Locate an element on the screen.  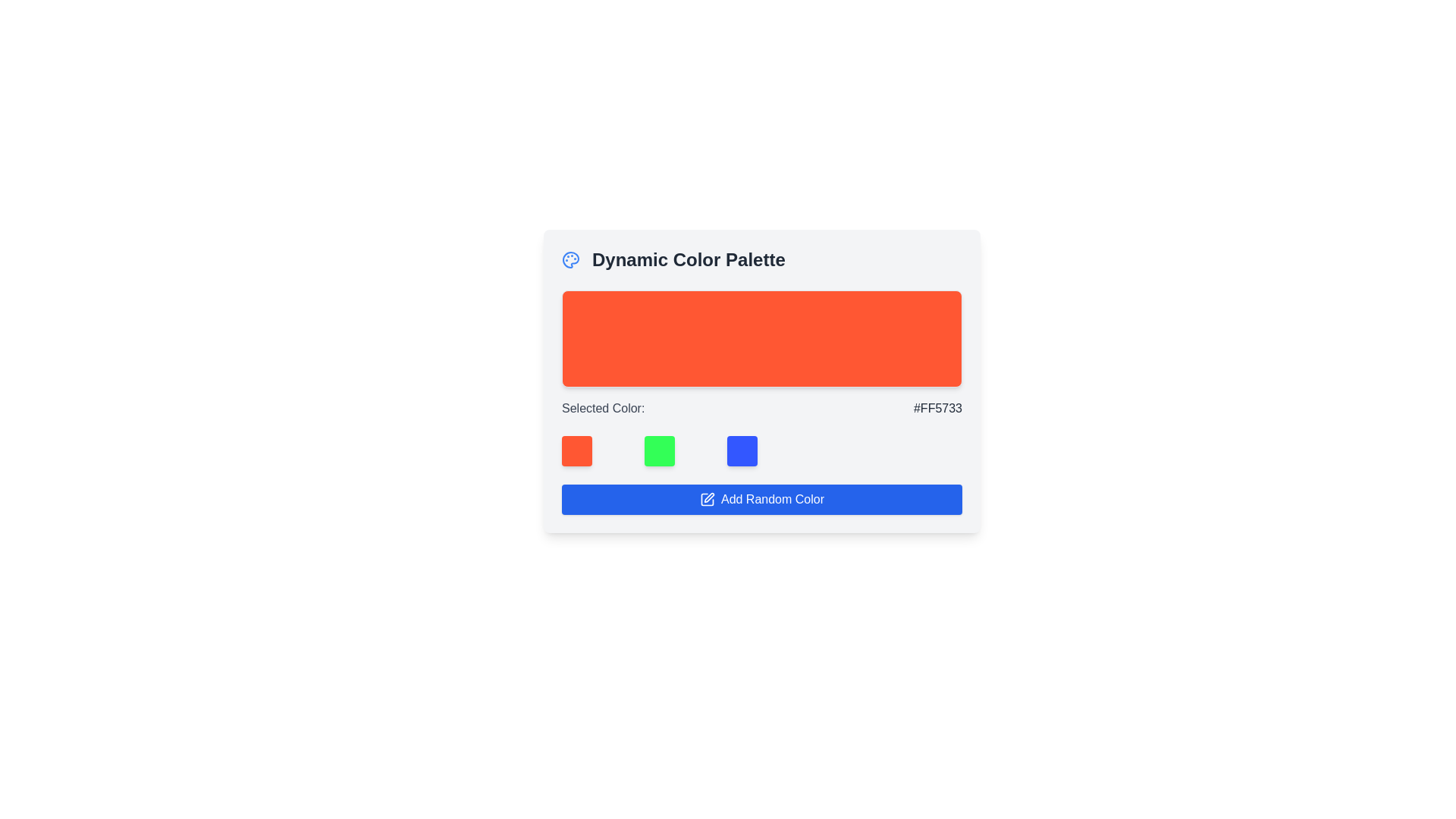
the Label with the blue palette icon and the text 'Dynamic Color Palette' located at the top of the card layout is located at coordinates (761, 259).